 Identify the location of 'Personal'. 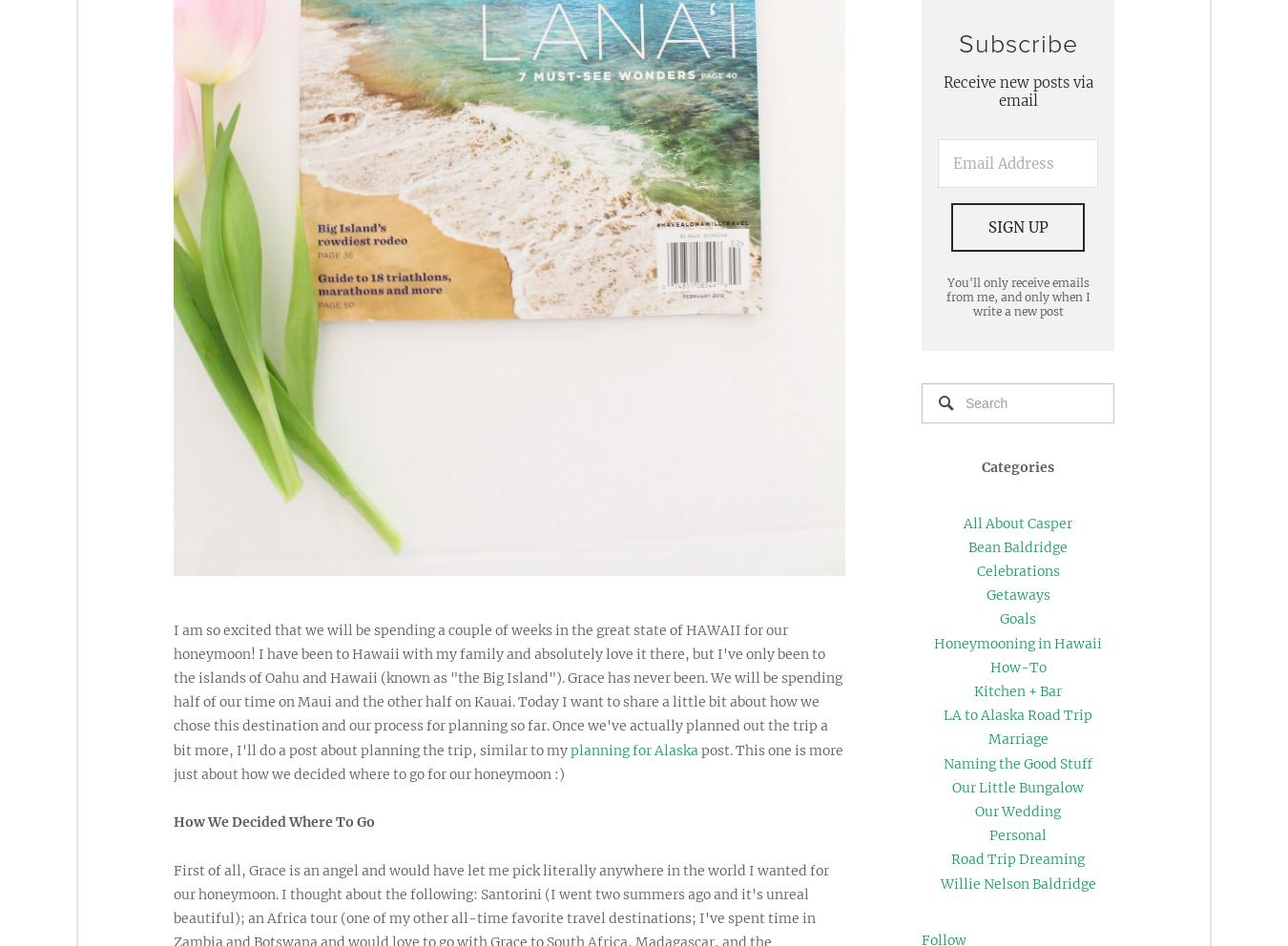
(988, 835).